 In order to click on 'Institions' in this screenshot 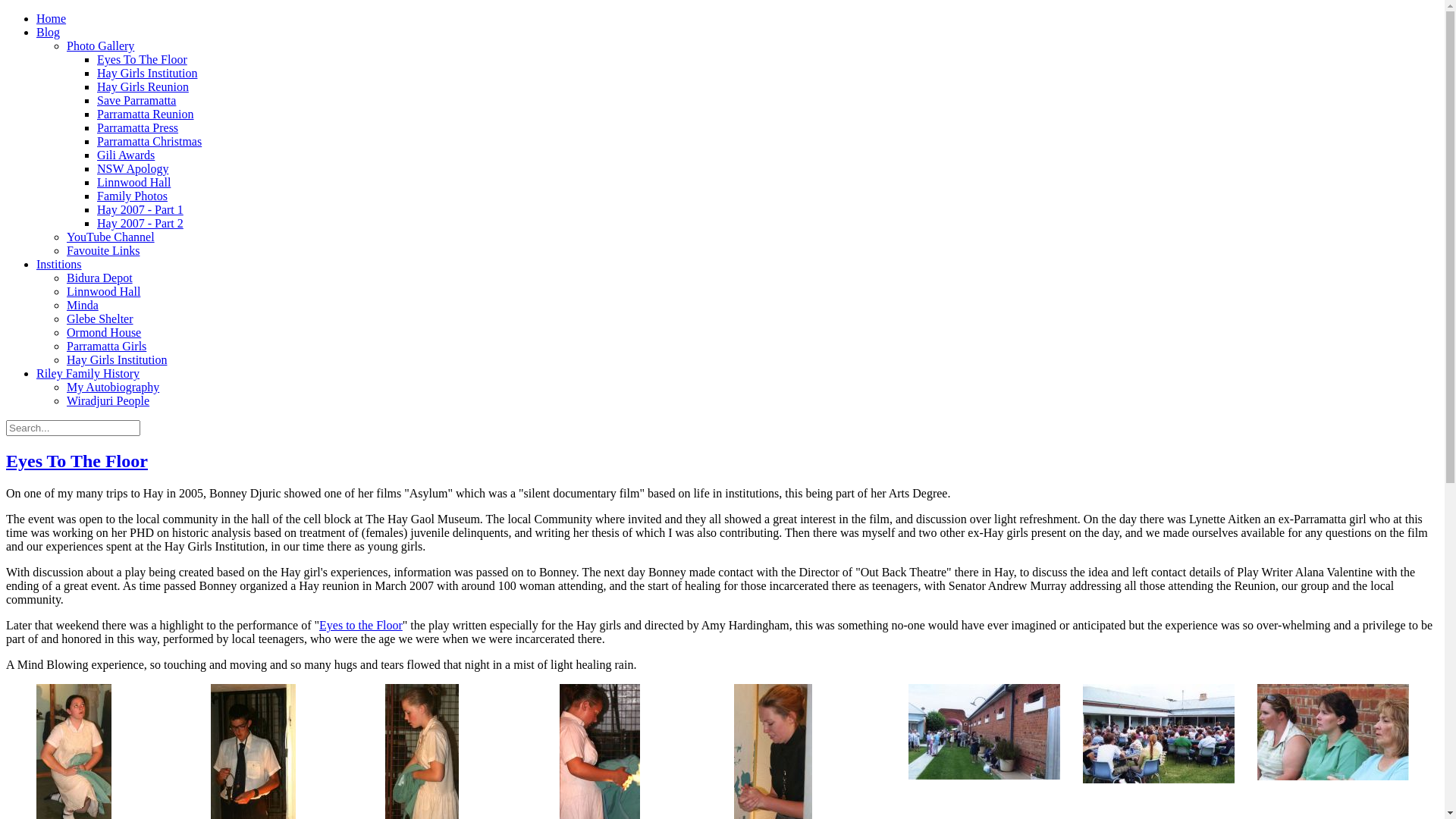, I will do `click(58, 263)`.